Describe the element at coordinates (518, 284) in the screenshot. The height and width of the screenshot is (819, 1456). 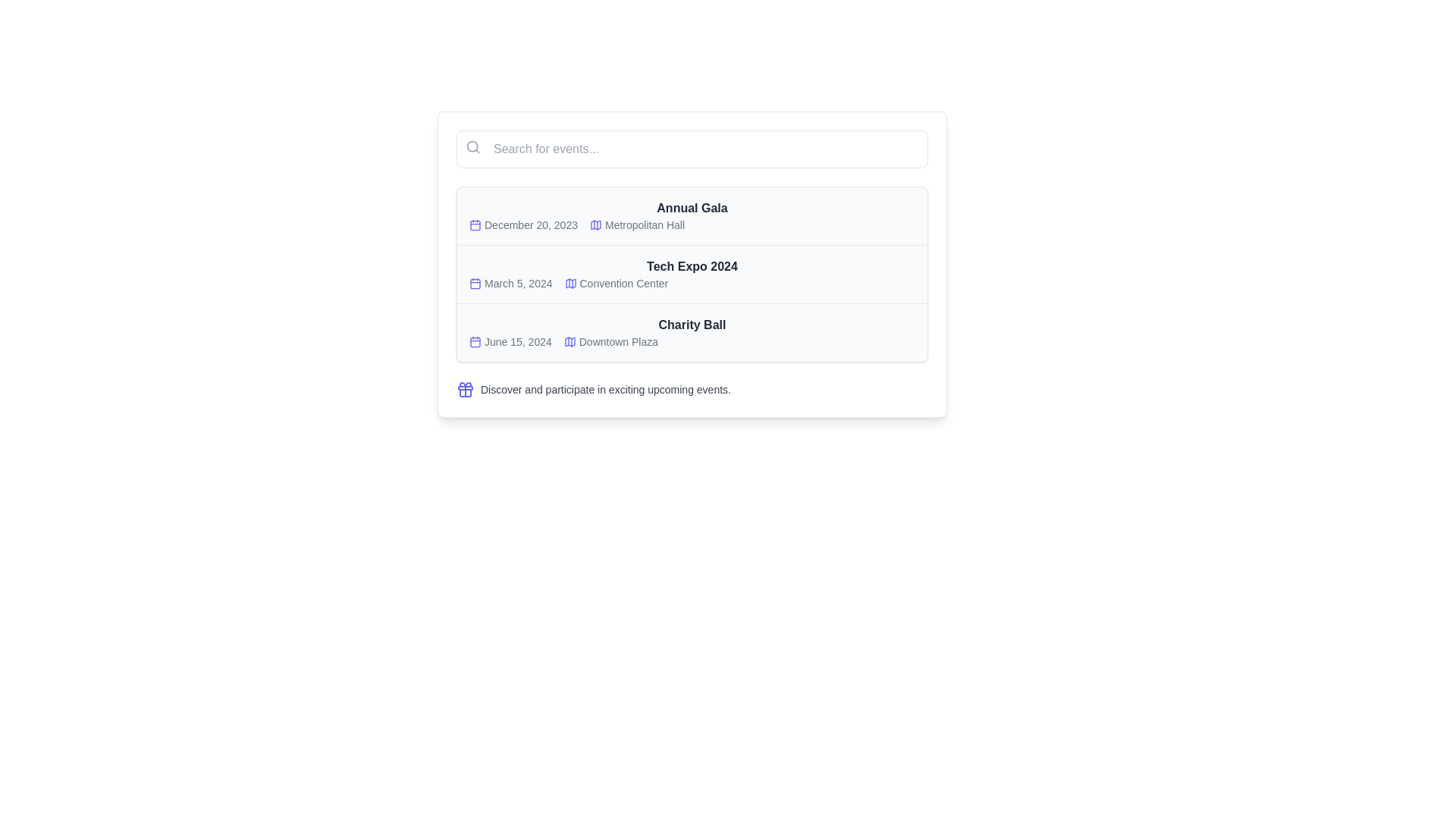
I see `date displayed in the text label for the event 'Tech Expo 2024', which is the second date entry in the vertical list, located below 'December 20, 2023' and above 'June 15, 2024', and positioned to the right of a calendar icon` at that location.